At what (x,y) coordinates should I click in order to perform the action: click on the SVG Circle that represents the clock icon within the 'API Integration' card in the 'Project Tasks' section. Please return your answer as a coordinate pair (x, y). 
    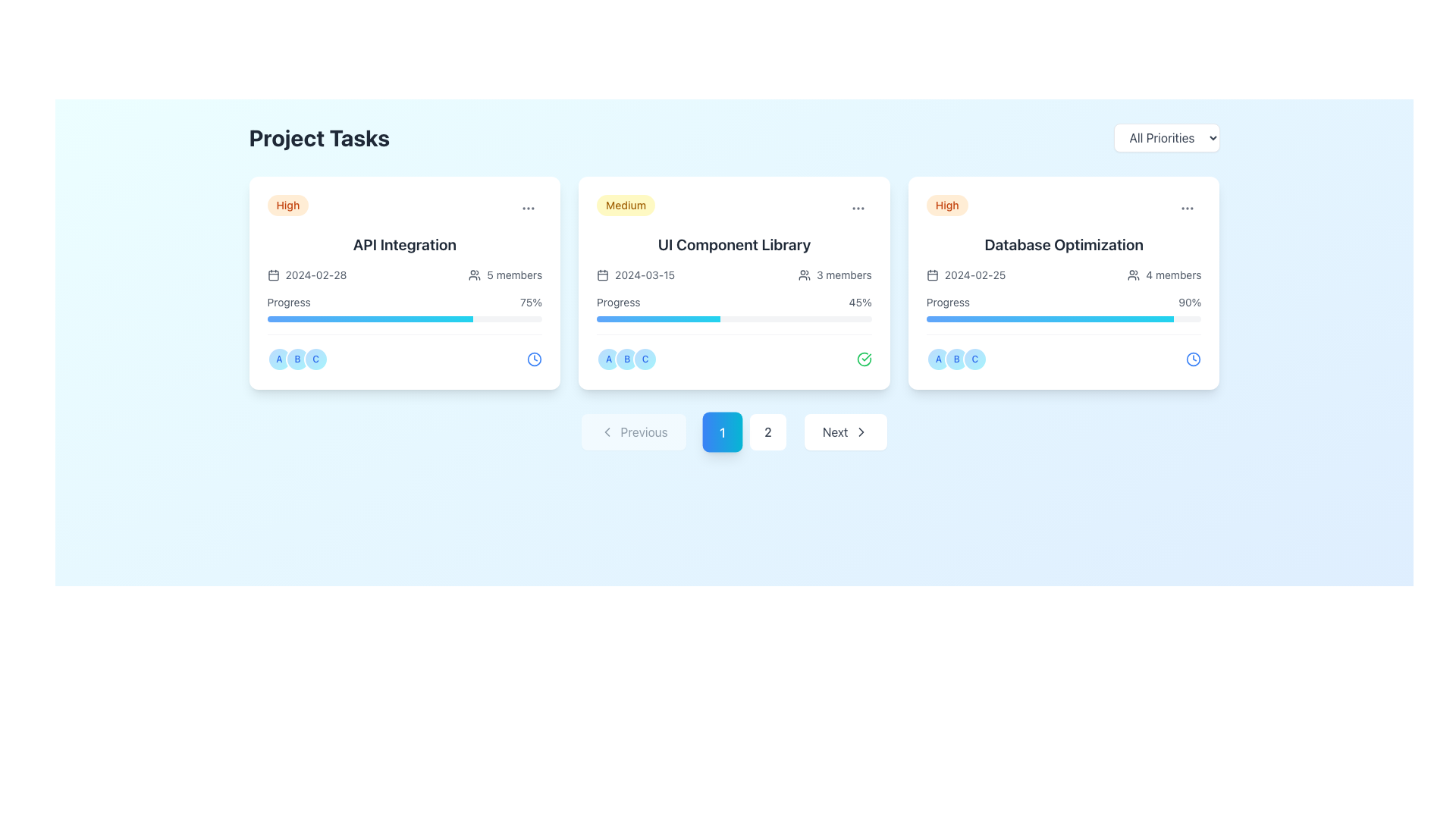
    Looking at the image, I should click on (535, 359).